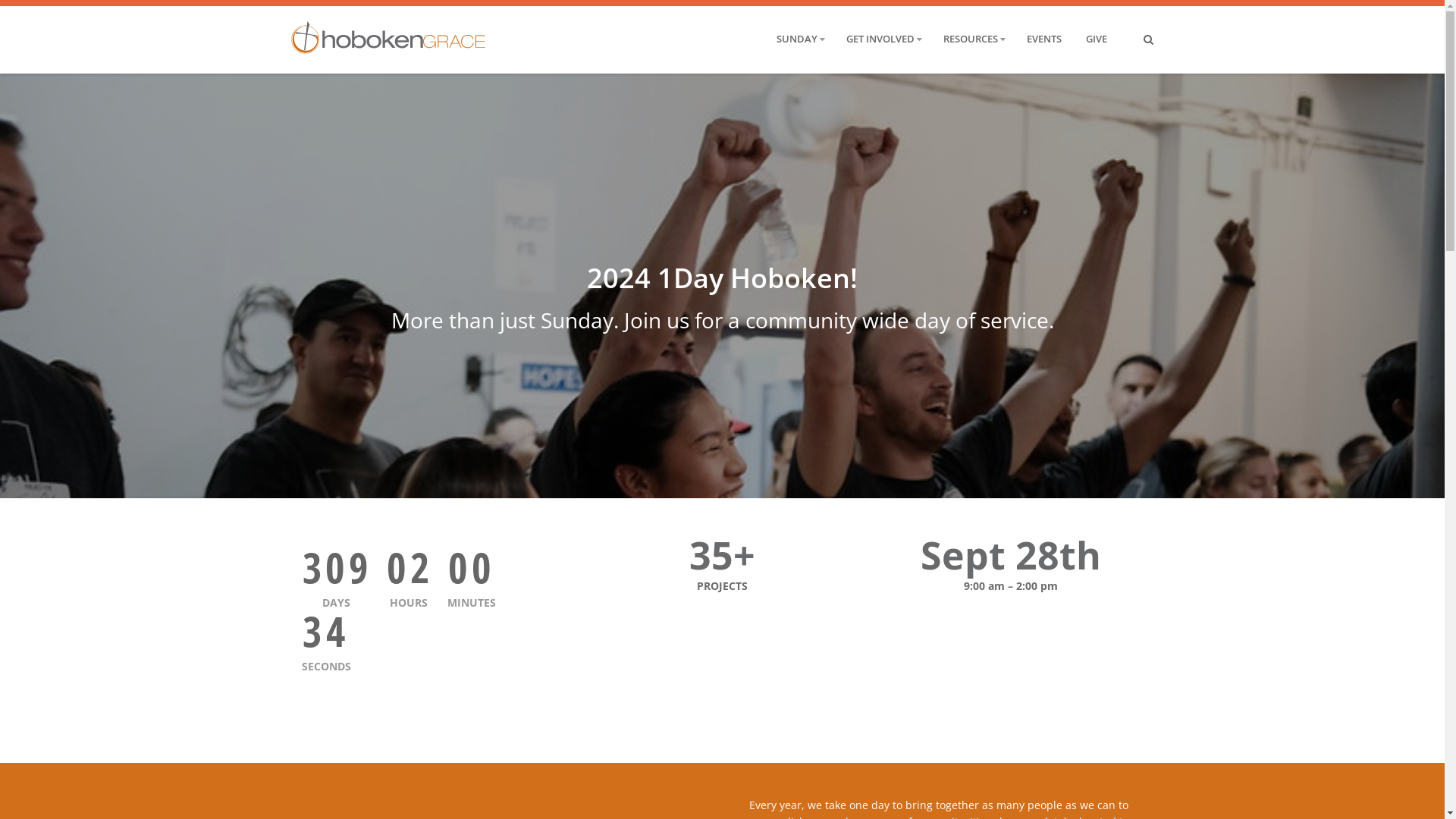 Image resolution: width=1456 pixels, height=819 pixels. Describe the element at coordinates (971, 39) in the screenshot. I see `'RESOURCES'` at that location.